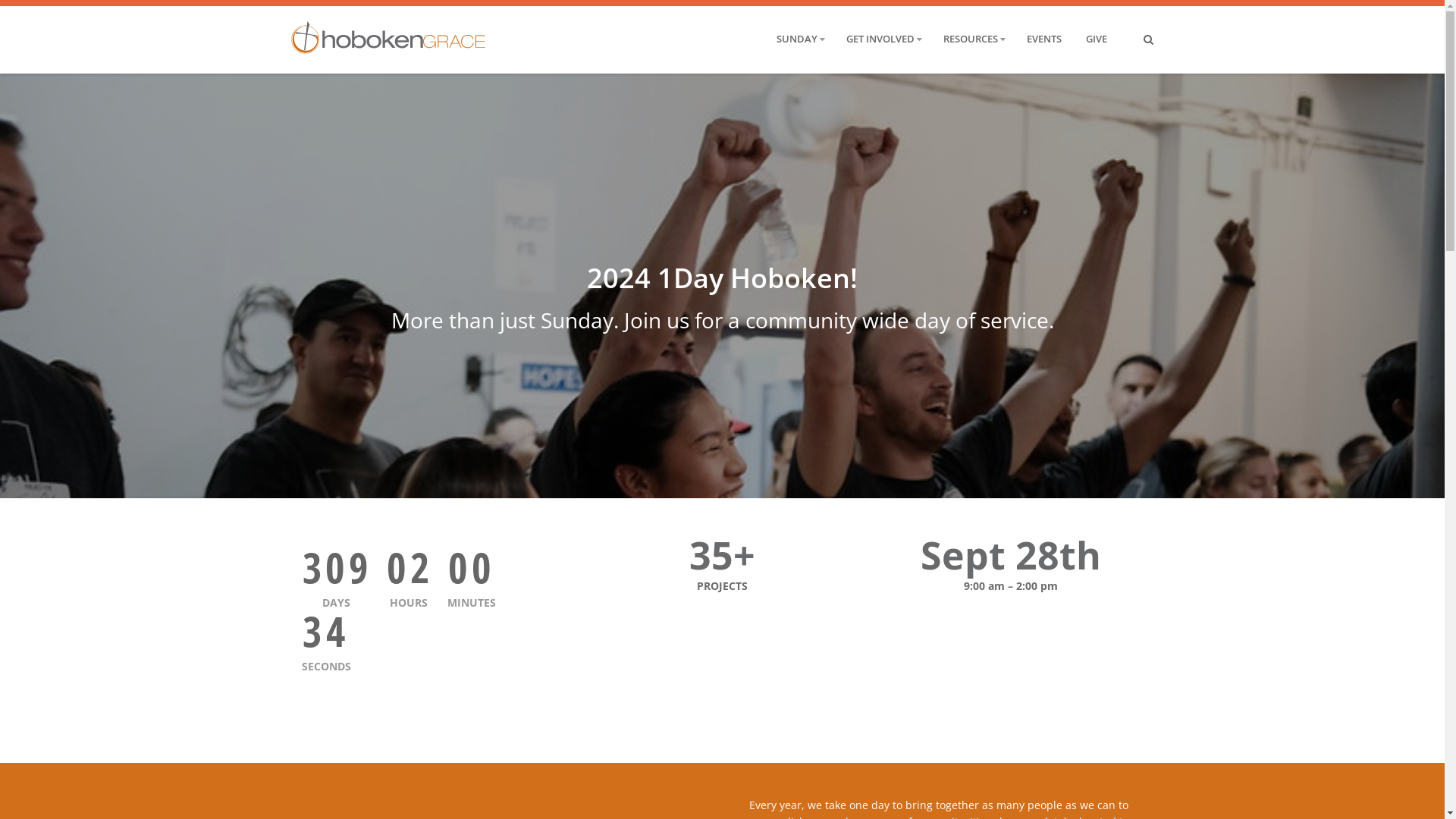 Image resolution: width=1456 pixels, height=819 pixels. Describe the element at coordinates (971, 39) in the screenshot. I see `'RESOURCES'` at that location.